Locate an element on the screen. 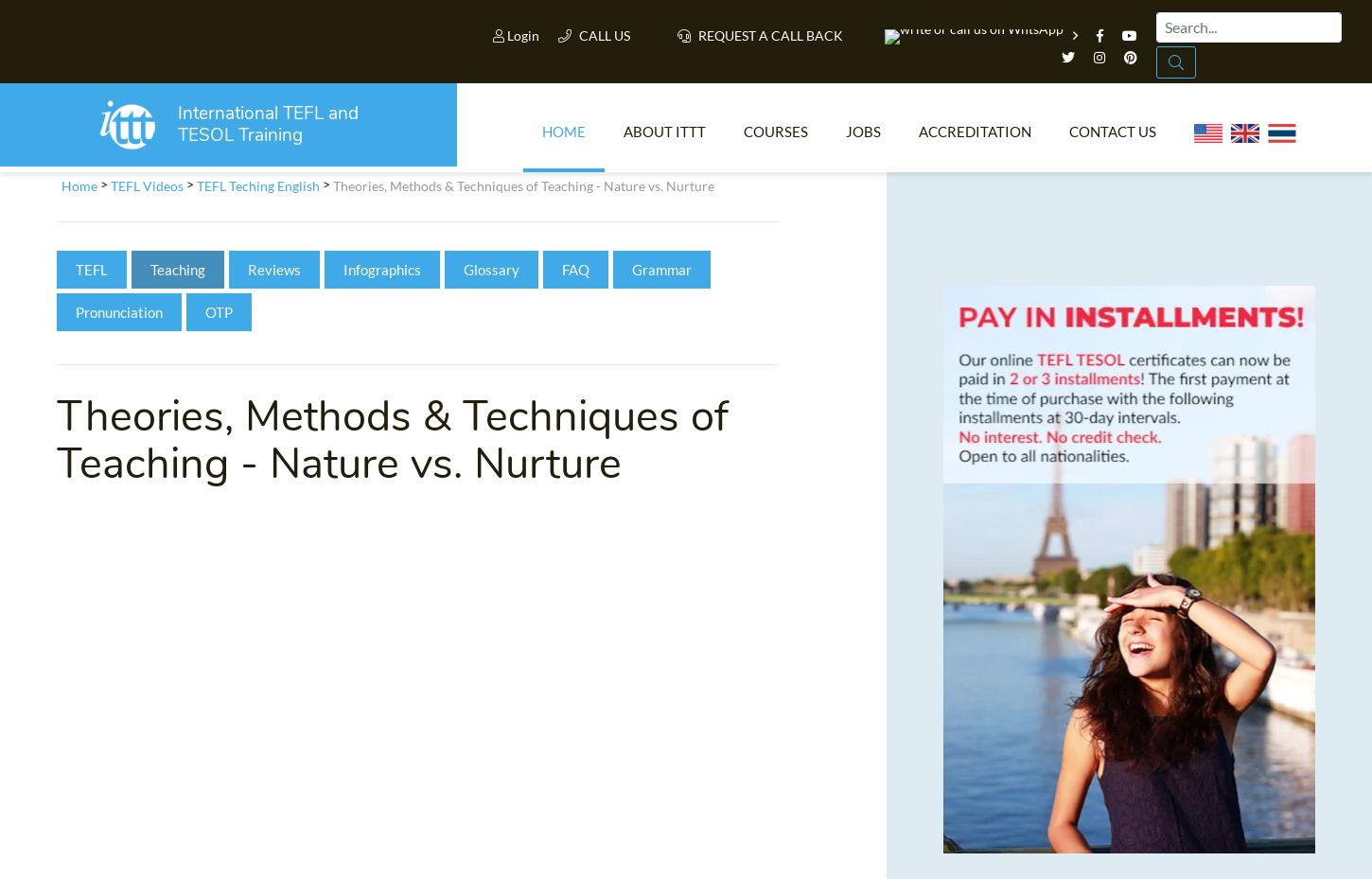 The width and height of the screenshot is (1372, 879). 'International TEFL and TESOL Training' is located at coordinates (277, 131).